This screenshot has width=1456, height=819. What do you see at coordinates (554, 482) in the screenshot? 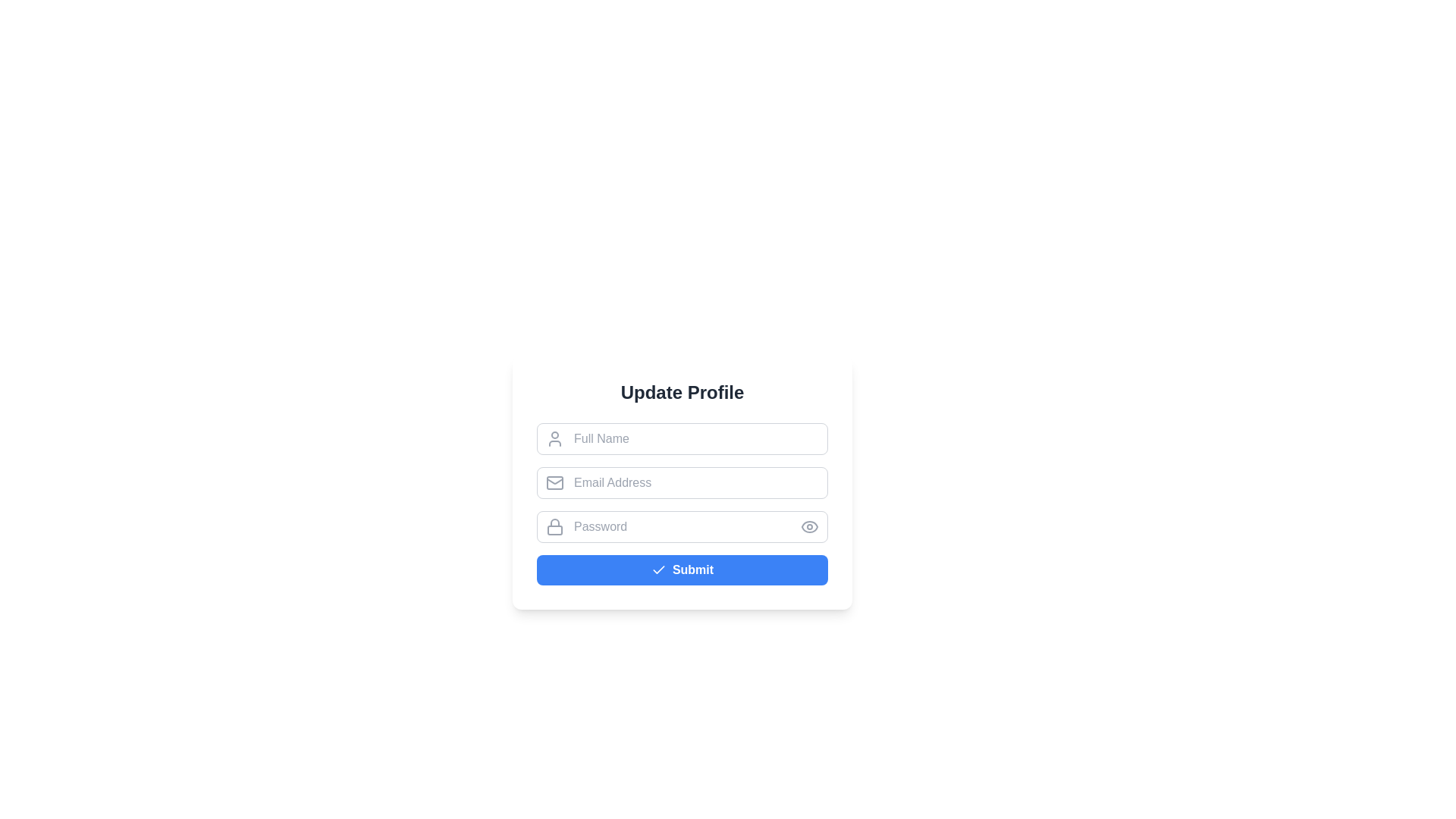
I see `the decorative SVG Rectangle that represents the body of the envelope icon within the 'Email Address' input field` at bounding box center [554, 482].